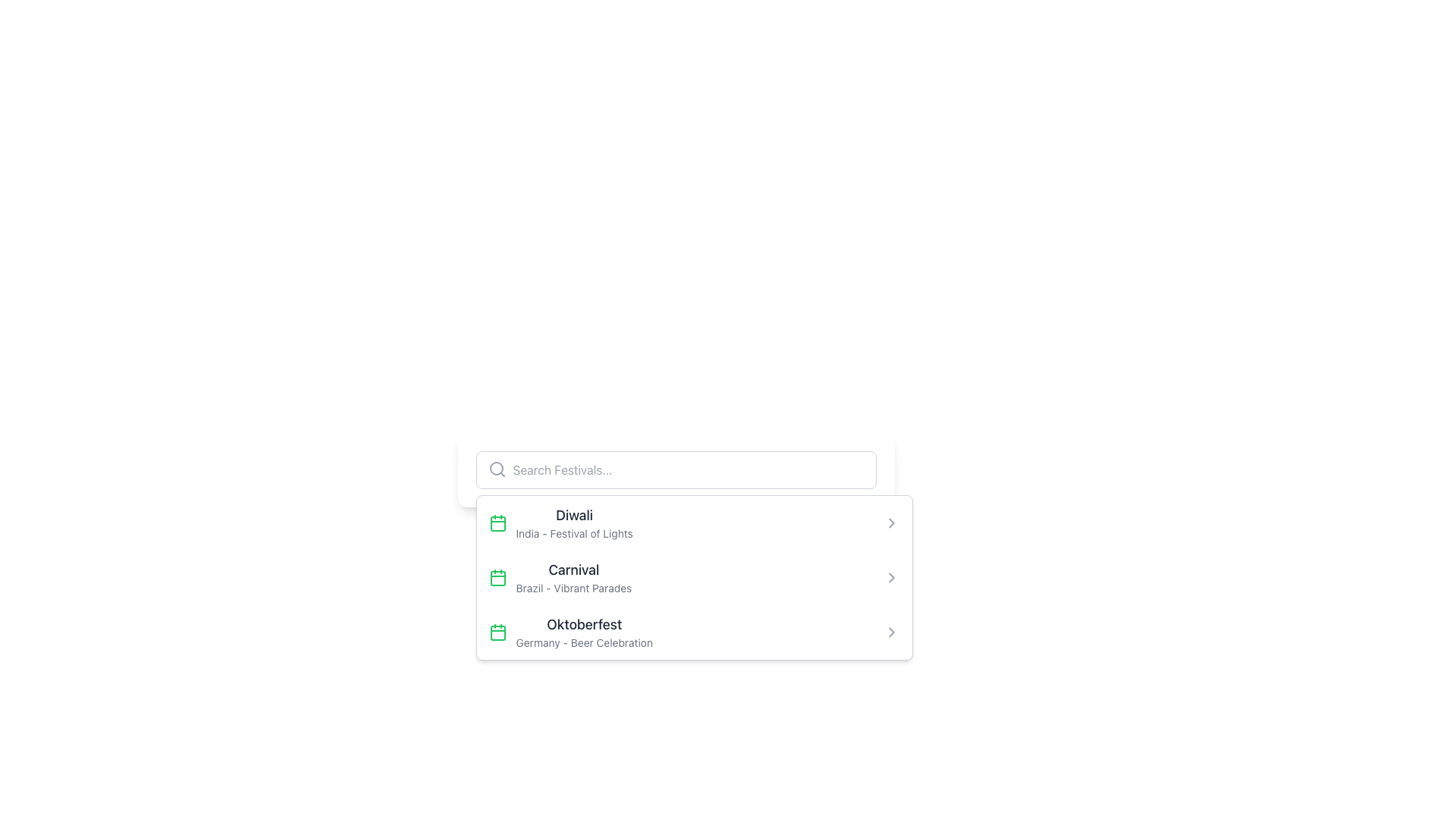  What do you see at coordinates (497, 468) in the screenshot?
I see `styling of the search icon located at the top-left corner of the search bar, adjacent to the input field` at bounding box center [497, 468].